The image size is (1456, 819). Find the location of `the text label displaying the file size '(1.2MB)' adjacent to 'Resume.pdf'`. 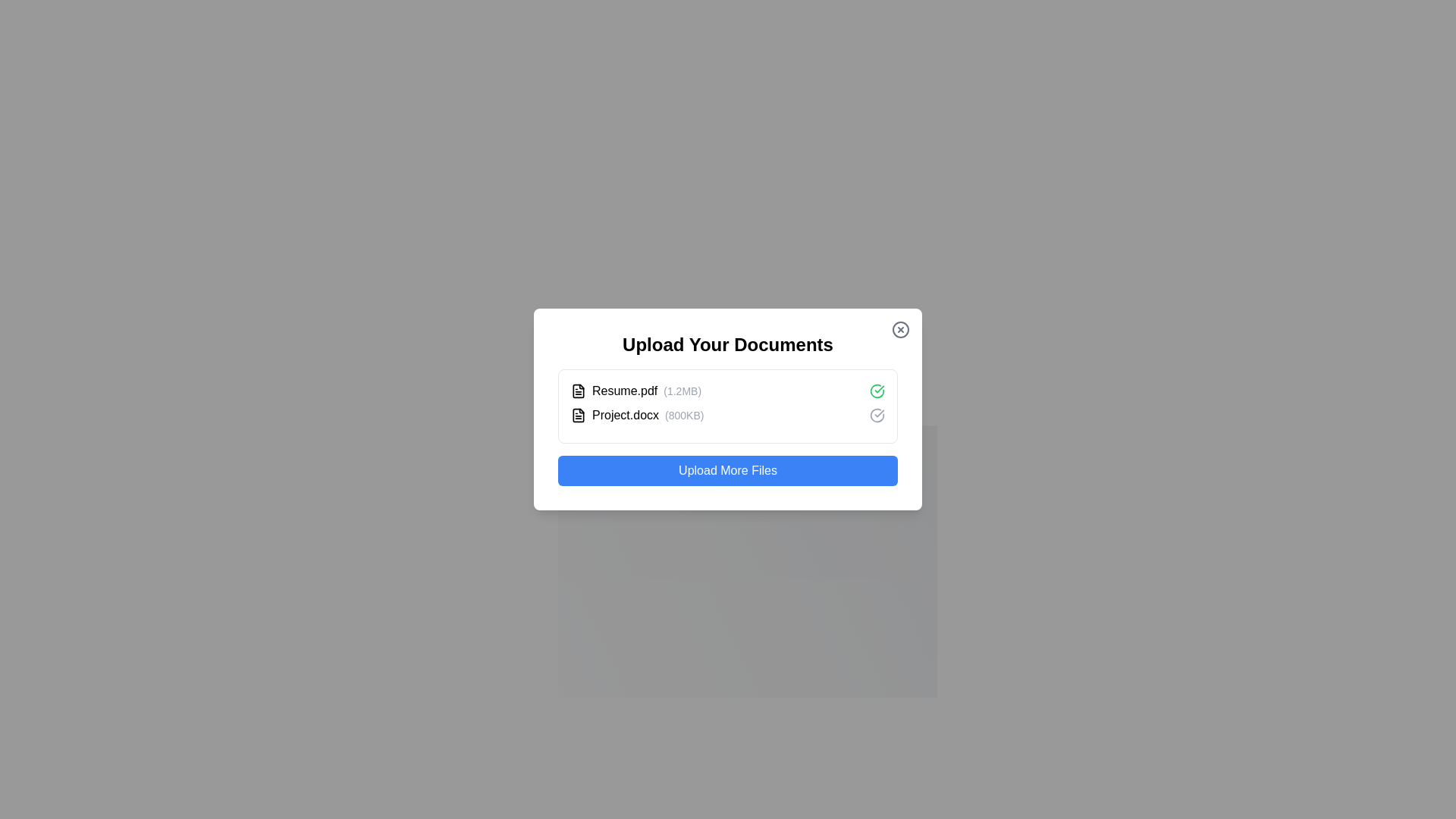

the text label displaying the file size '(1.2MB)' adjacent to 'Resume.pdf' is located at coordinates (682, 391).